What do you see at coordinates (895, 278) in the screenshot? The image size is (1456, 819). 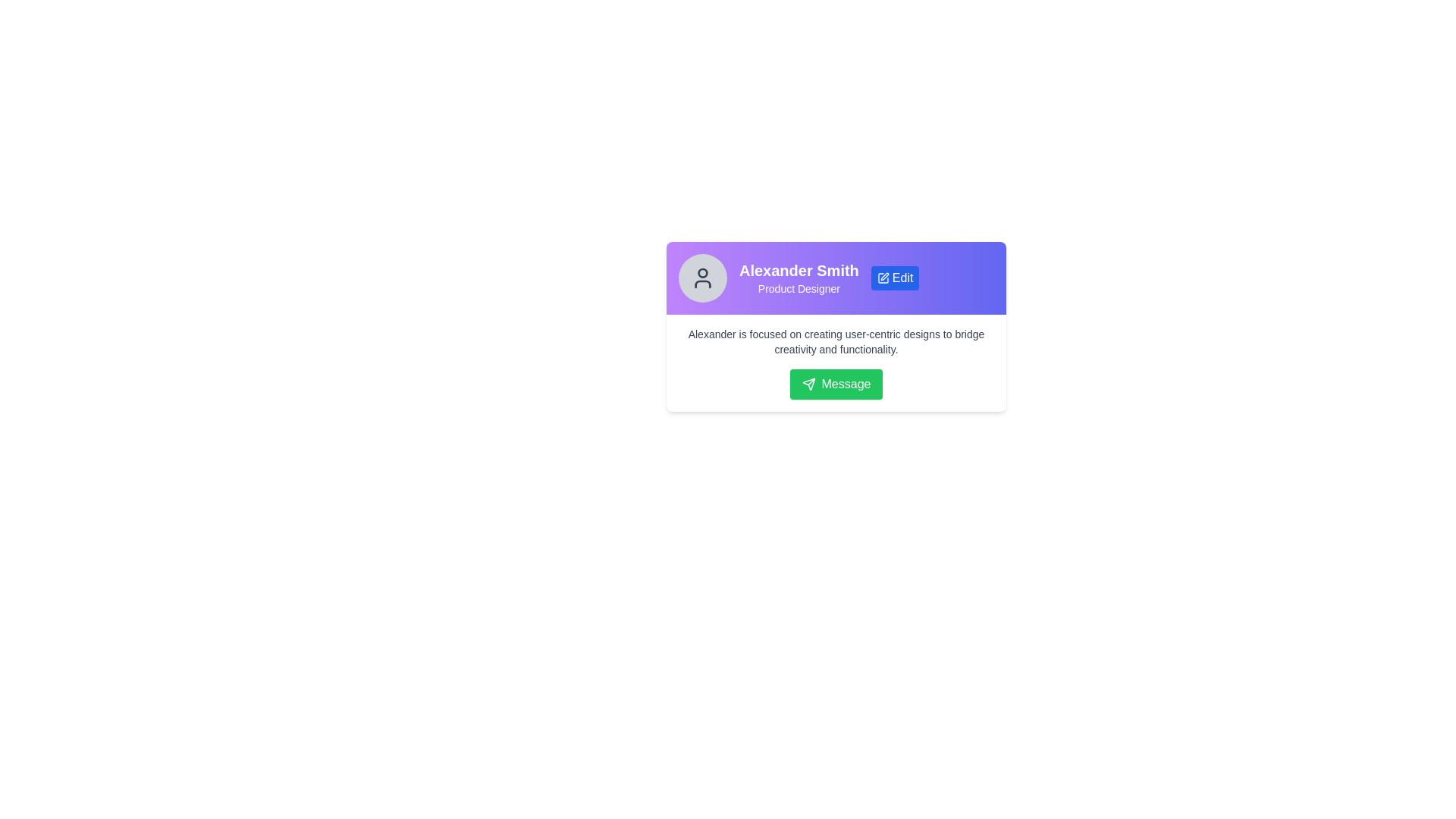 I see `the 'Edit' button located to the right of 'Alexander Smith' in the card layout for keyboard navigation` at bounding box center [895, 278].